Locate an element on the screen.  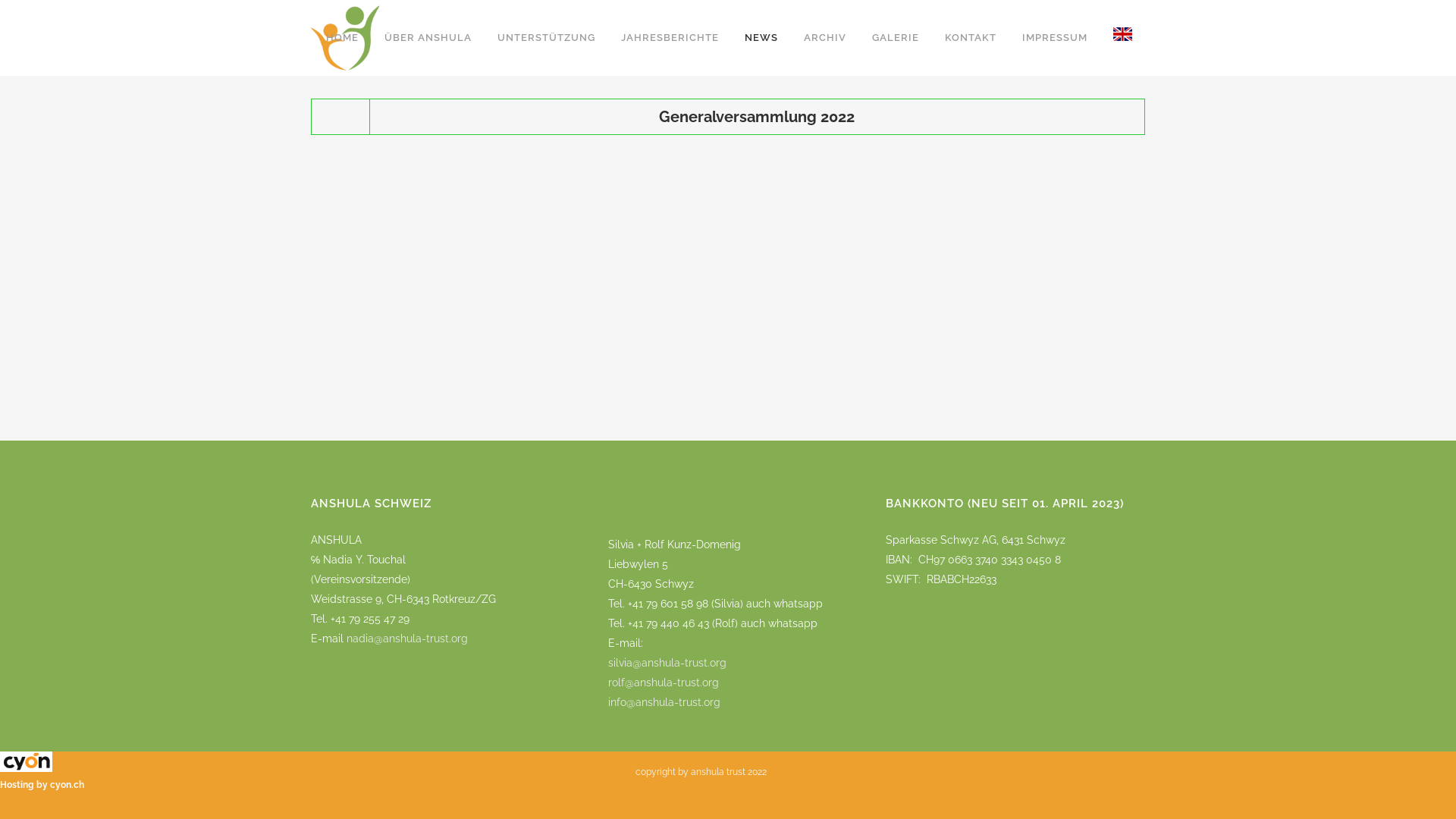
'GALERIE' is located at coordinates (895, 37).